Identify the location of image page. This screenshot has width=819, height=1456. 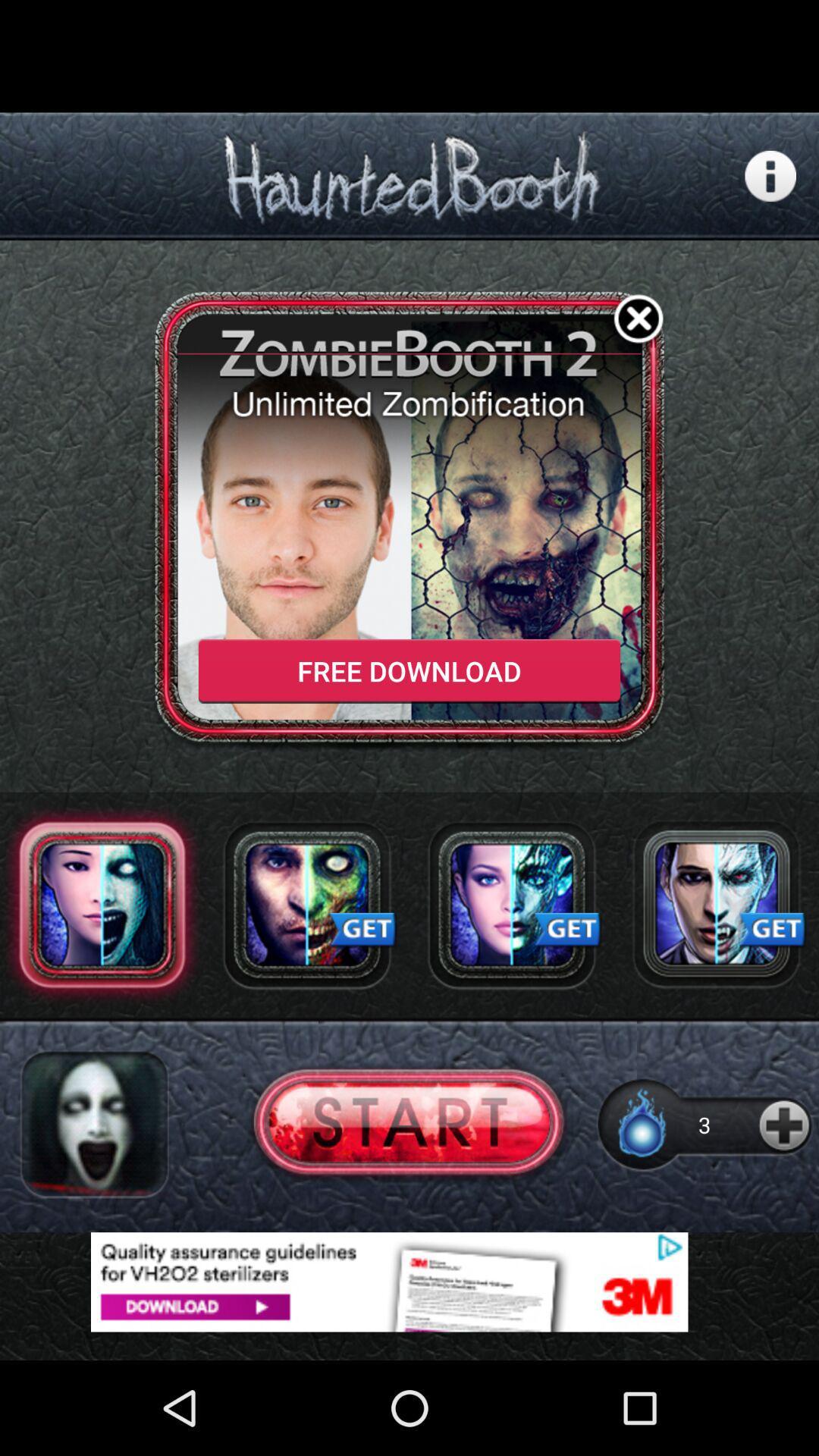
(307, 905).